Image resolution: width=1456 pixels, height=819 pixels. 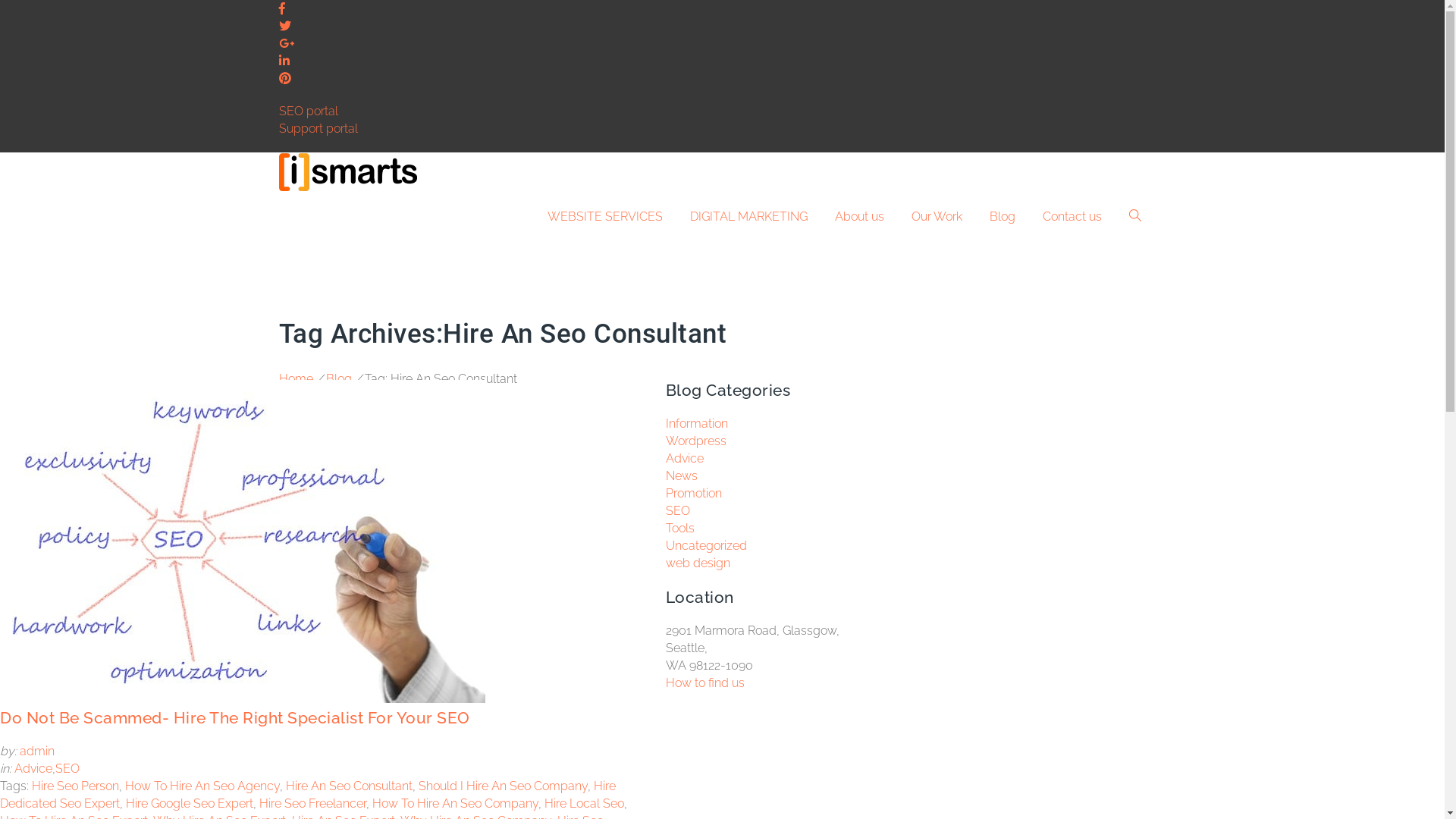 What do you see at coordinates (296, 378) in the screenshot?
I see `'Home'` at bounding box center [296, 378].